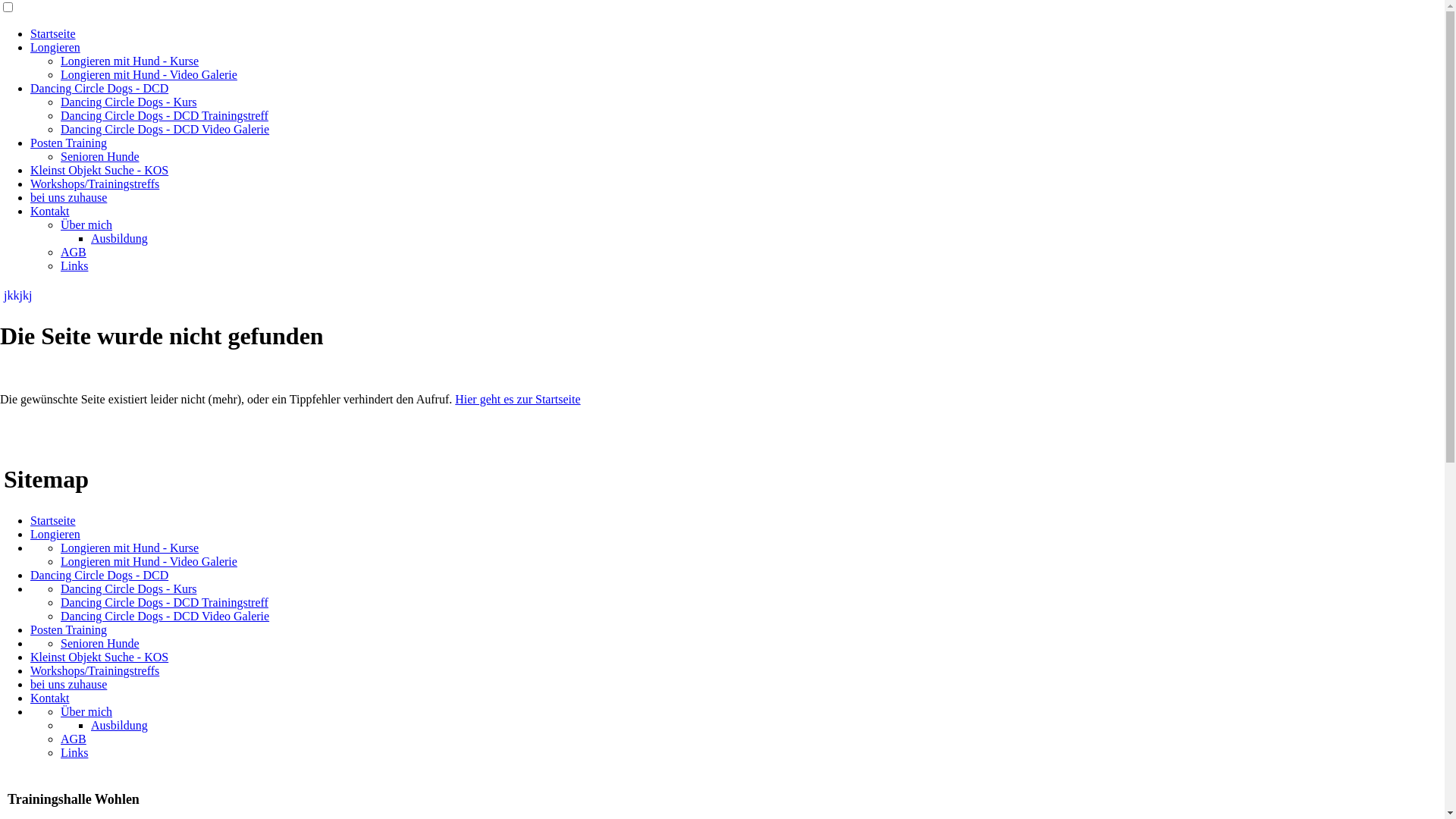 This screenshot has height=819, width=1456. What do you see at coordinates (517, 398) in the screenshot?
I see `'Hier geht es zur Startseite'` at bounding box center [517, 398].